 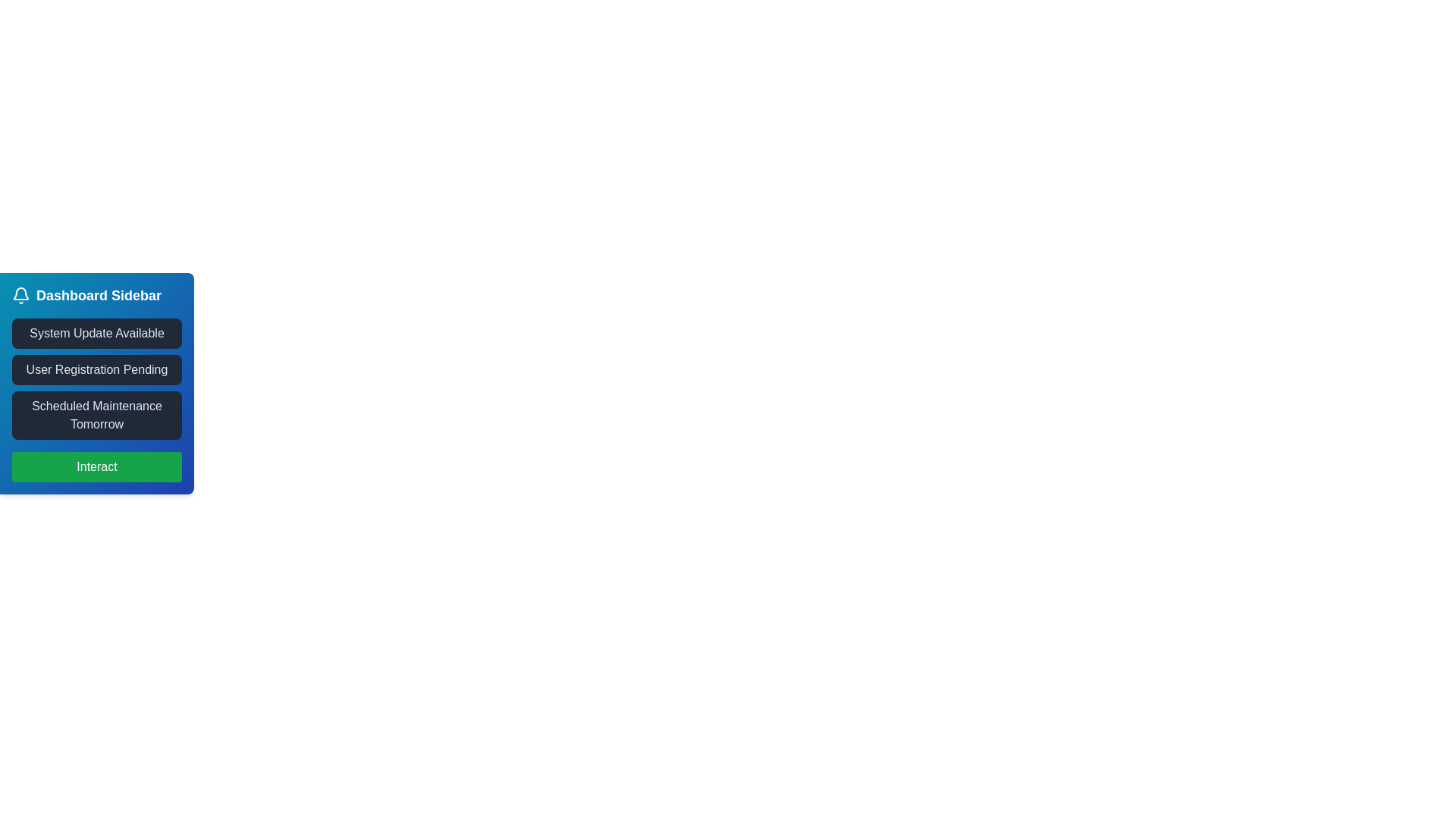 What do you see at coordinates (21, 295) in the screenshot?
I see `the bell icon located to the left of the 'Dashboard Sidebar' text in the sidebar` at bounding box center [21, 295].